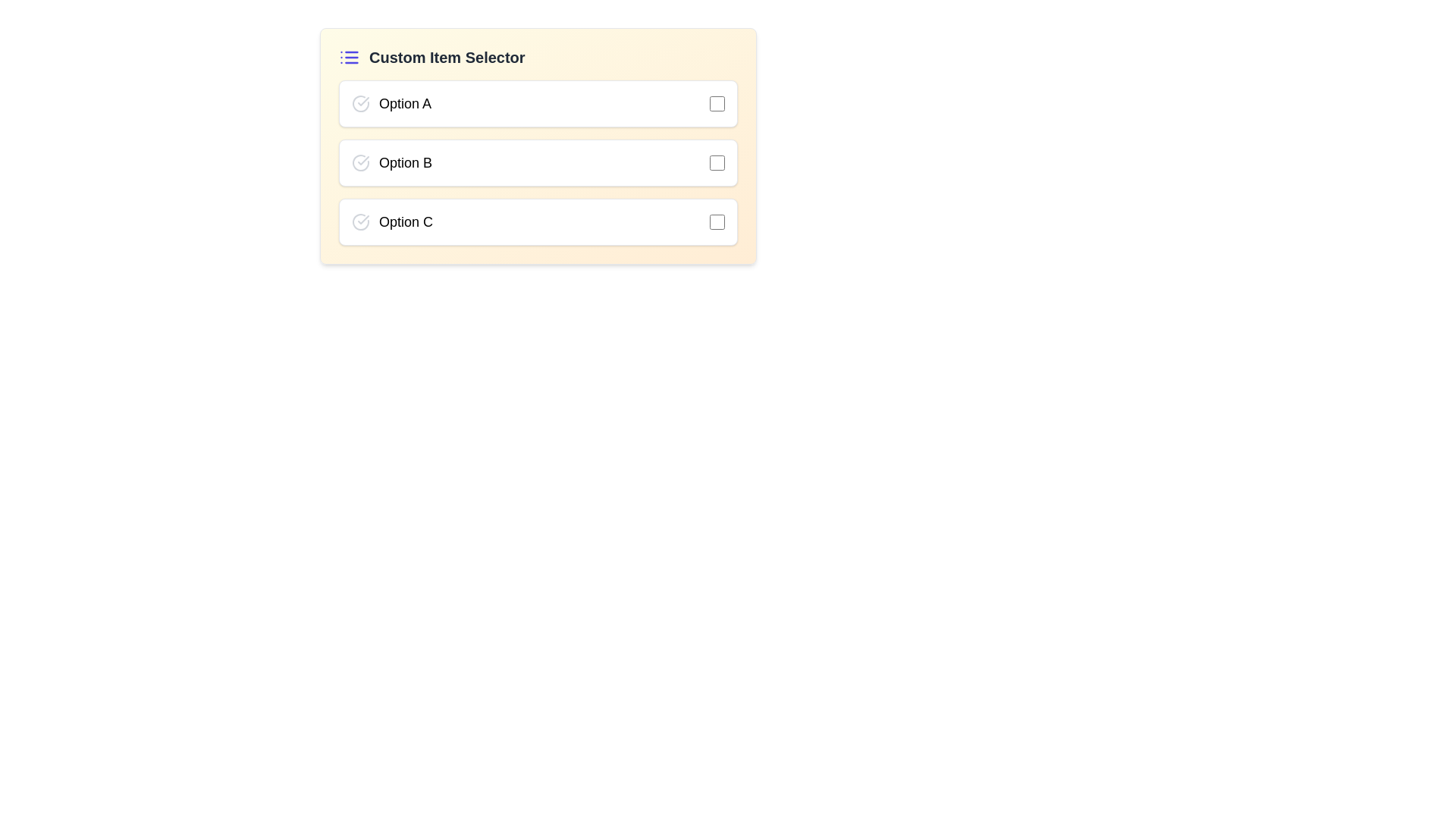 This screenshot has height=819, width=1456. Describe the element at coordinates (359, 103) in the screenshot. I see `the selection status icon located to the left of the 'Option A' text in the topmost entry of the list` at that location.